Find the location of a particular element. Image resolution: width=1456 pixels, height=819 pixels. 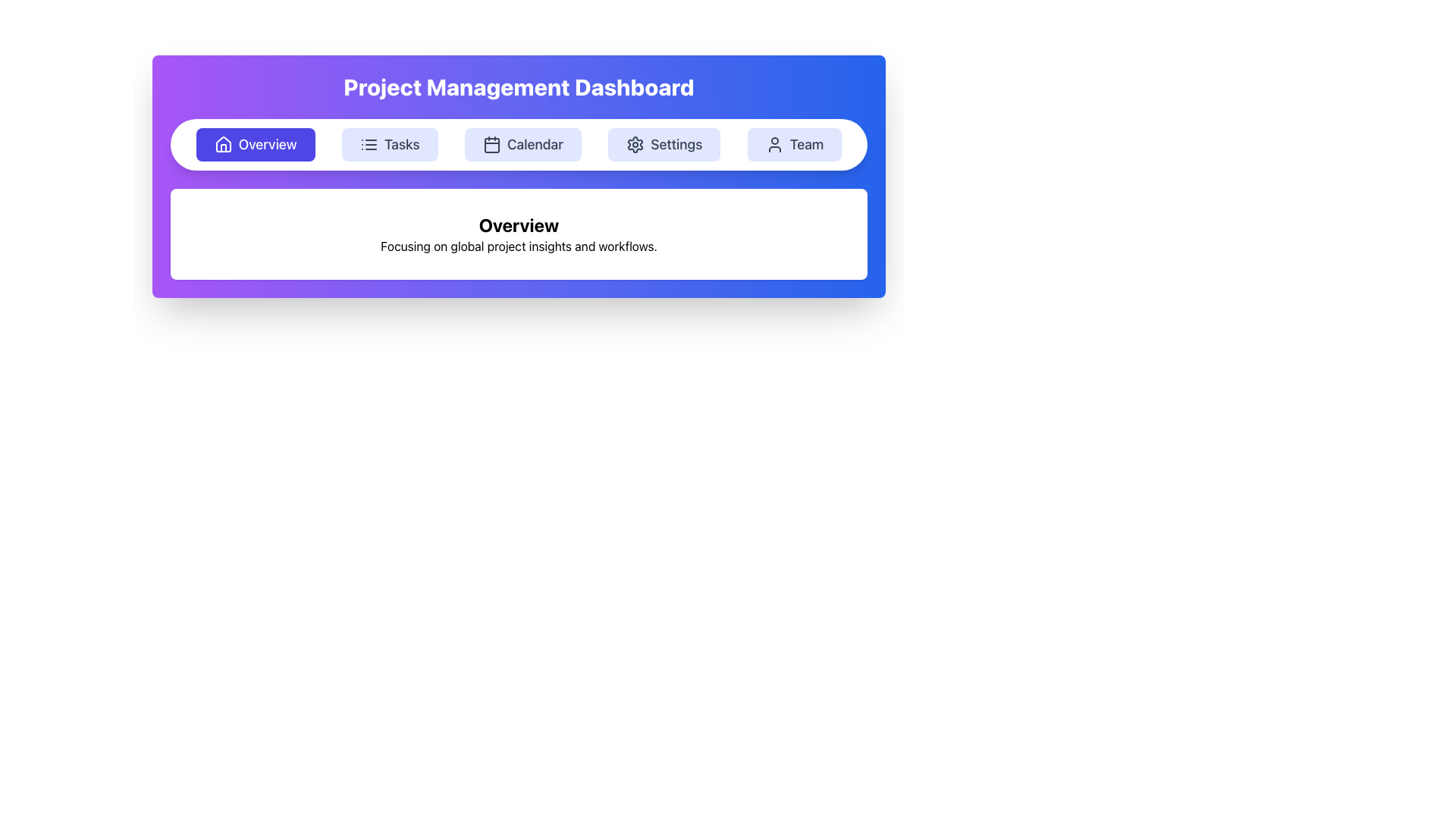

the 'Settings' button with a light indigo background and gray text, located in the navigation menu is located at coordinates (664, 145).